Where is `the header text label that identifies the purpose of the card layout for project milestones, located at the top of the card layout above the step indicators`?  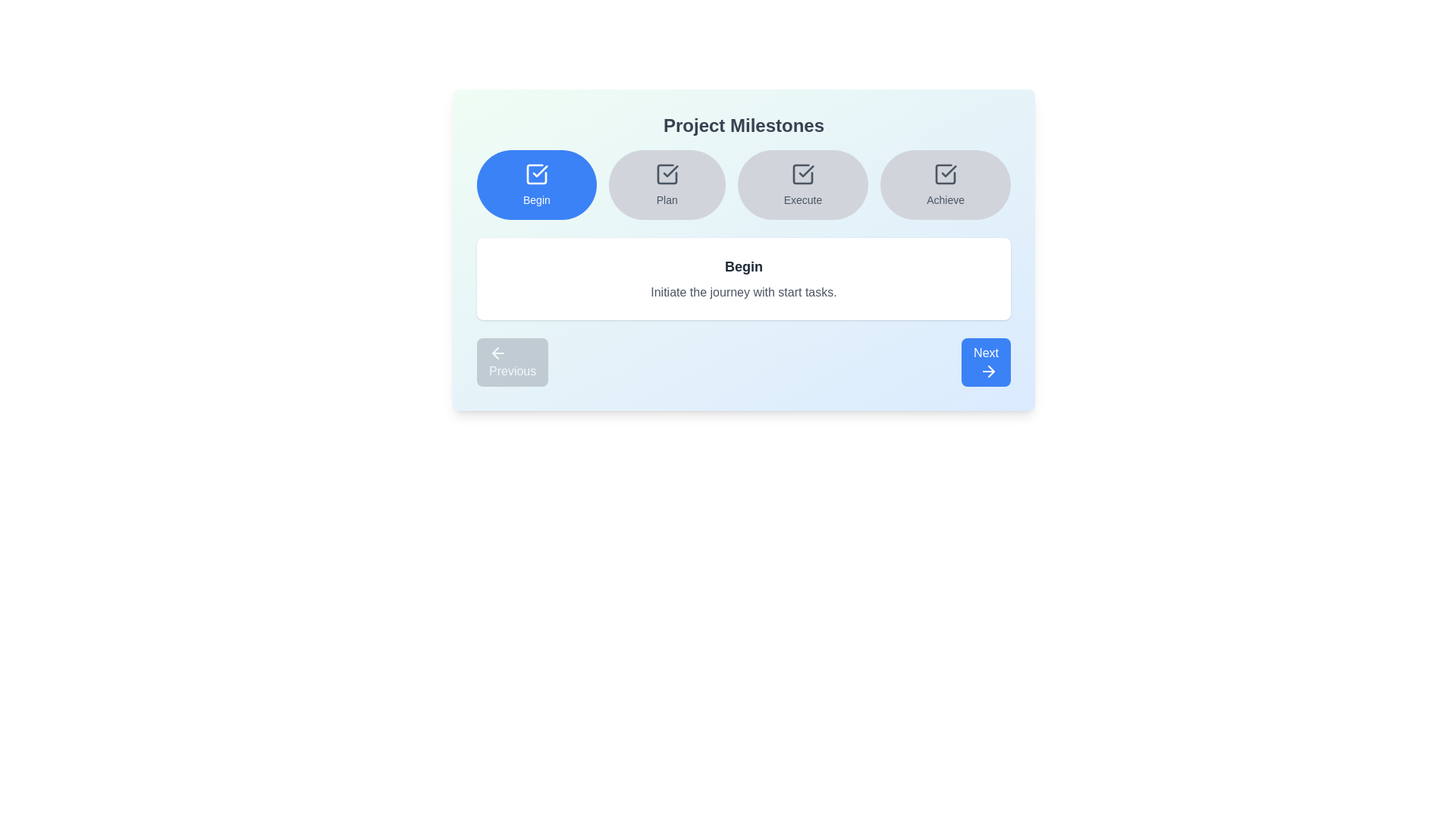 the header text label that identifies the purpose of the card layout for project milestones, located at the top of the card layout above the step indicators is located at coordinates (743, 124).